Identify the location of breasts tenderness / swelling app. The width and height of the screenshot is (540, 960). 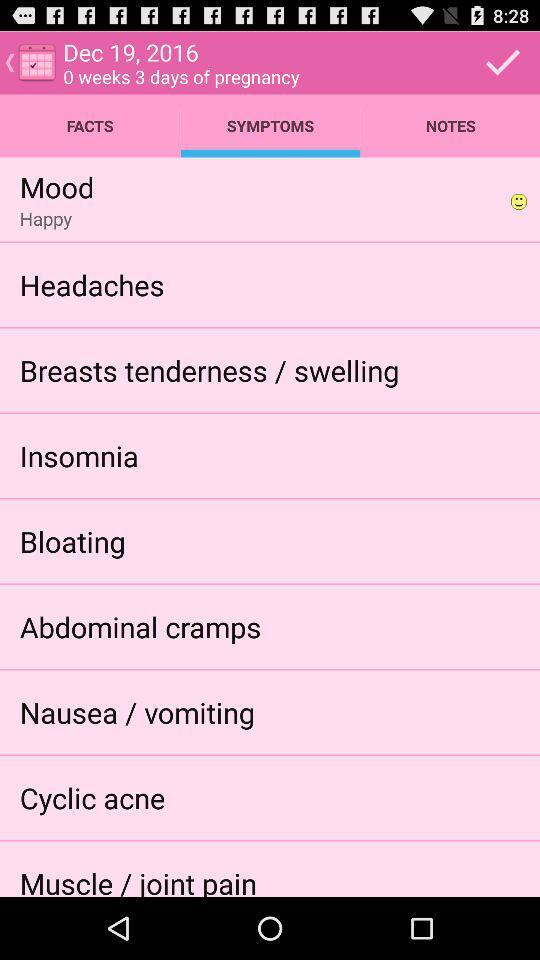
(208, 369).